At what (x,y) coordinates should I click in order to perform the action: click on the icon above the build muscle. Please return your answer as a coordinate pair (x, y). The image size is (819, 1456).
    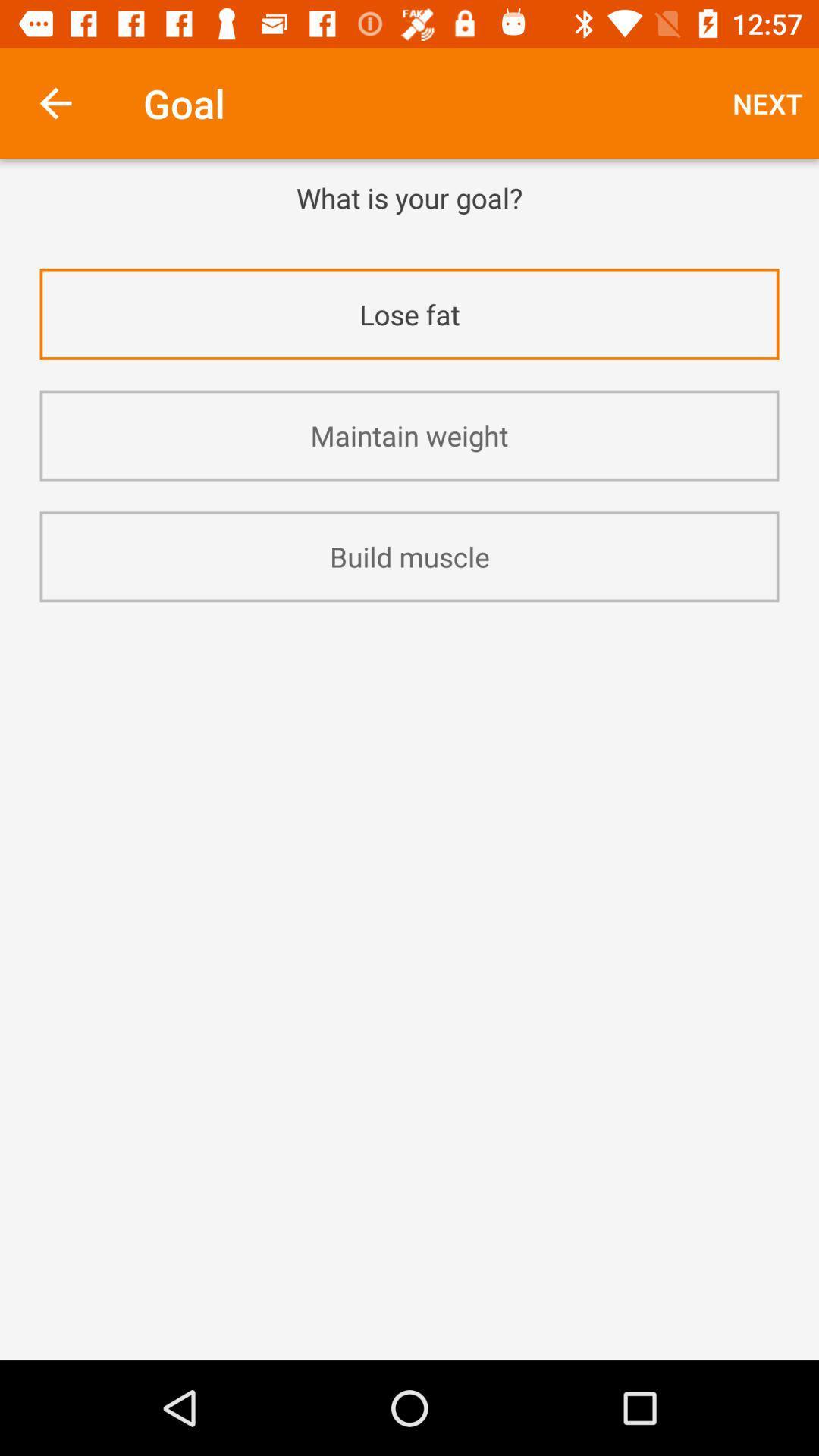
    Looking at the image, I should click on (409, 435).